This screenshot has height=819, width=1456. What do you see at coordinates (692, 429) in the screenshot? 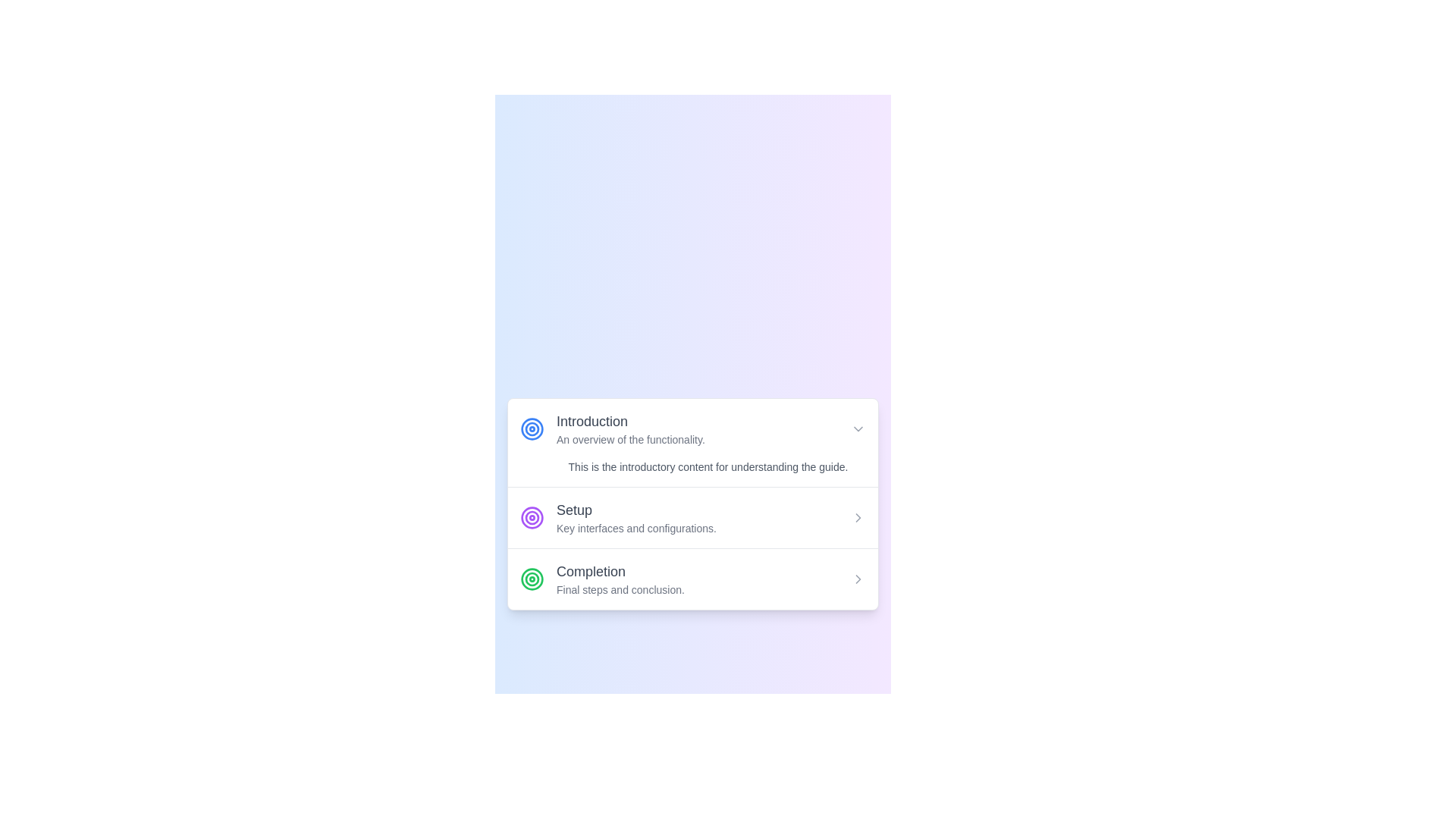
I see `the 'Introduction' button at the top of the list` at bounding box center [692, 429].